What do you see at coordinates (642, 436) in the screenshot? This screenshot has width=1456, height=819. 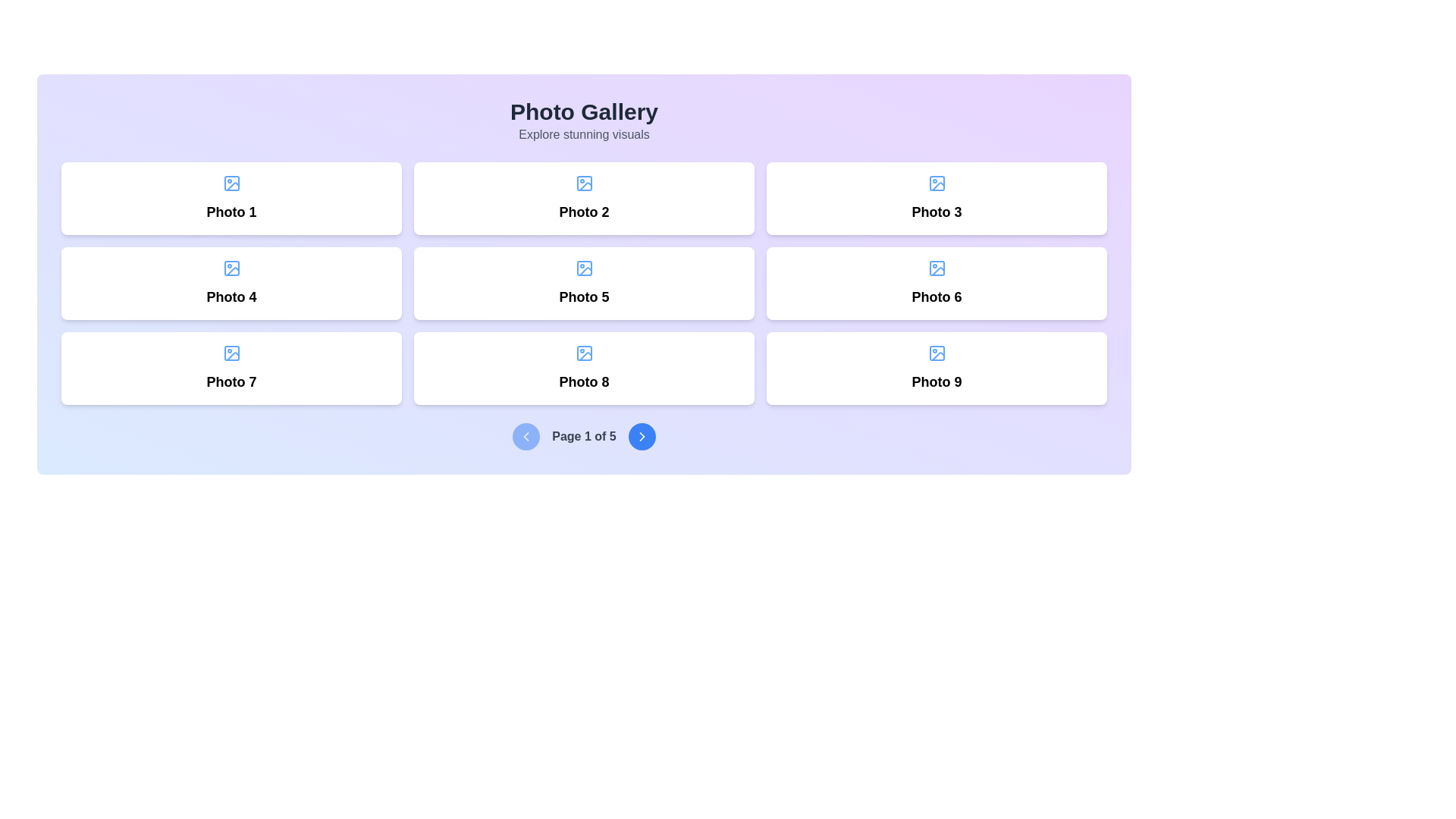 I see `the rightward pointing arrow icon in the bottom pagination bar` at bounding box center [642, 436].